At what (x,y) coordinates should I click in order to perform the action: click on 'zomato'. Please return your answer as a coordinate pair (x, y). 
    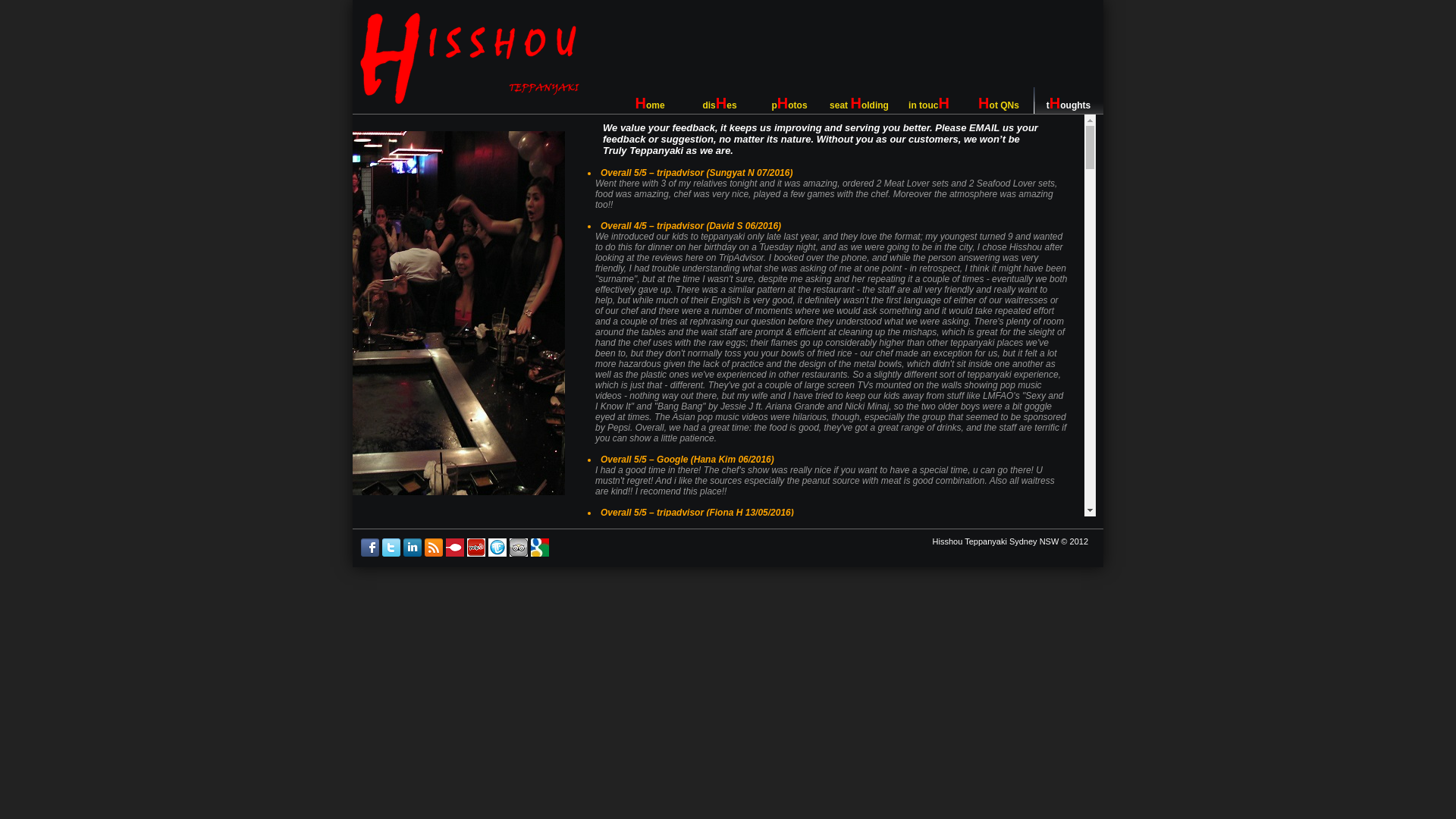
    Looking at the image, I should click on (454, 553).